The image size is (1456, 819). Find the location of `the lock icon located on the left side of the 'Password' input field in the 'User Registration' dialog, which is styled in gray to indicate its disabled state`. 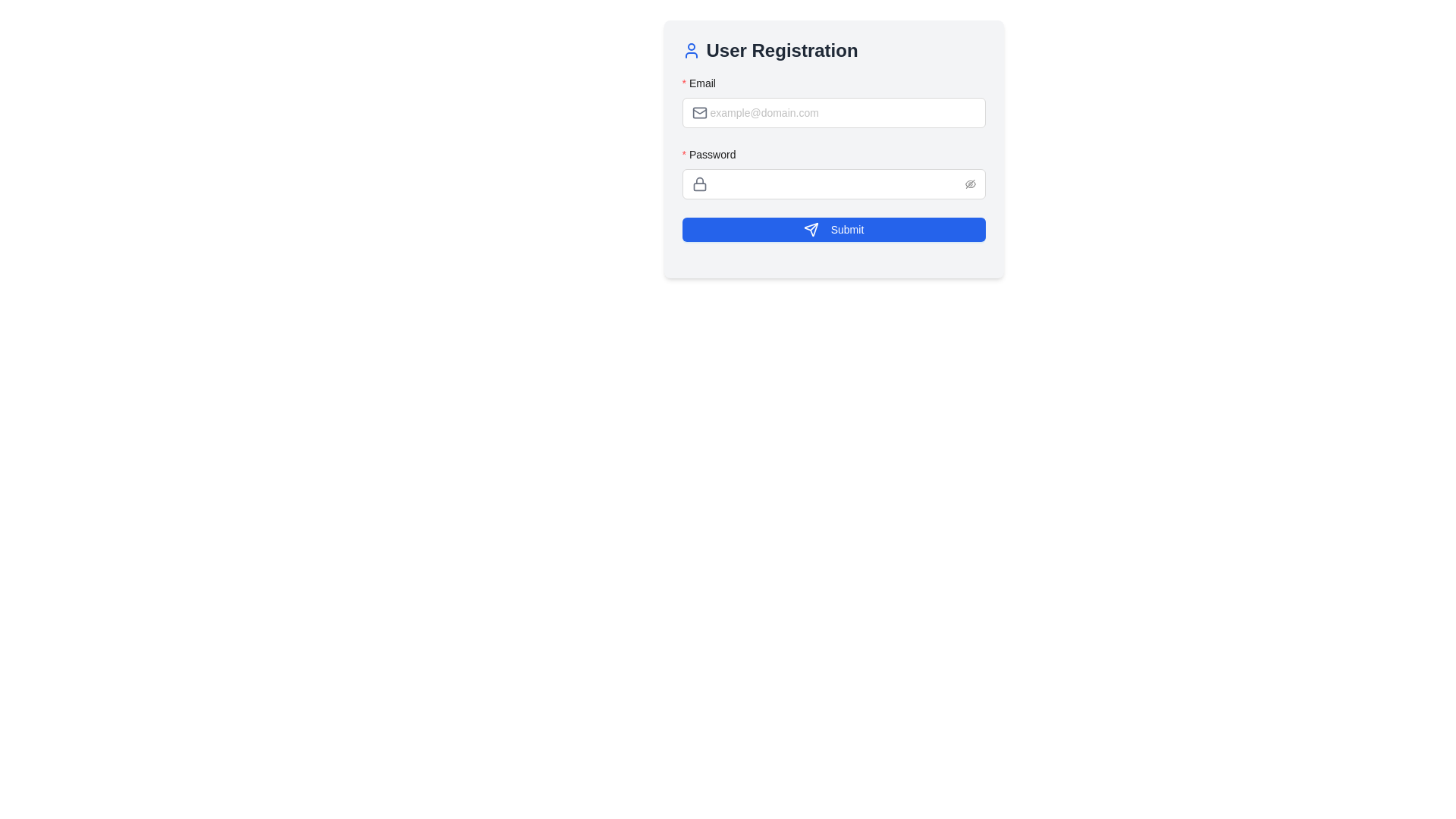

the lock icon located on the left side of the 'Password' input field in the 'User Registration' dialog, which is styled in gray to indicate its disabled state is located at coordinates (698, 184).